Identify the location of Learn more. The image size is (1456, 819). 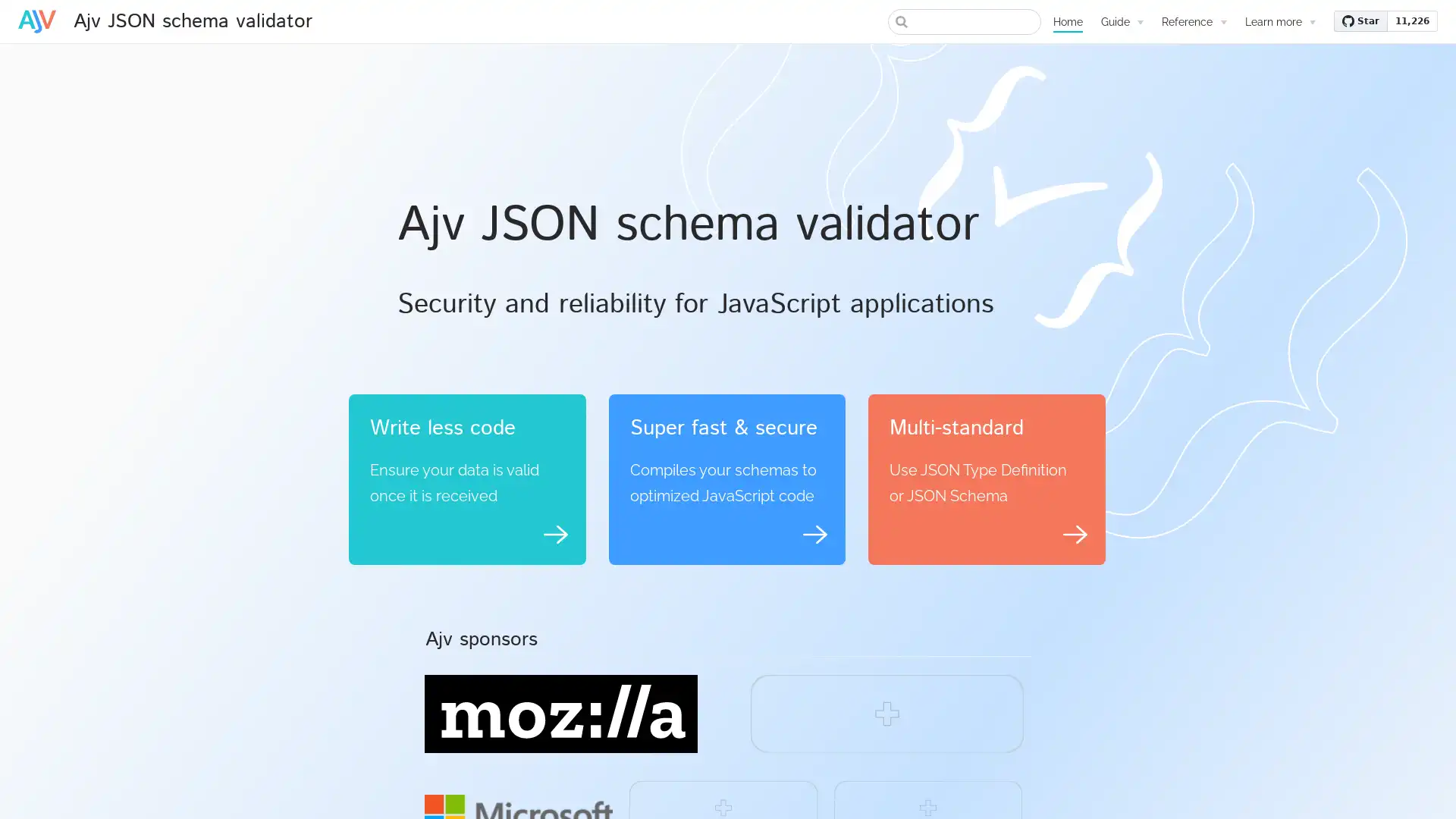
(1279, 22).